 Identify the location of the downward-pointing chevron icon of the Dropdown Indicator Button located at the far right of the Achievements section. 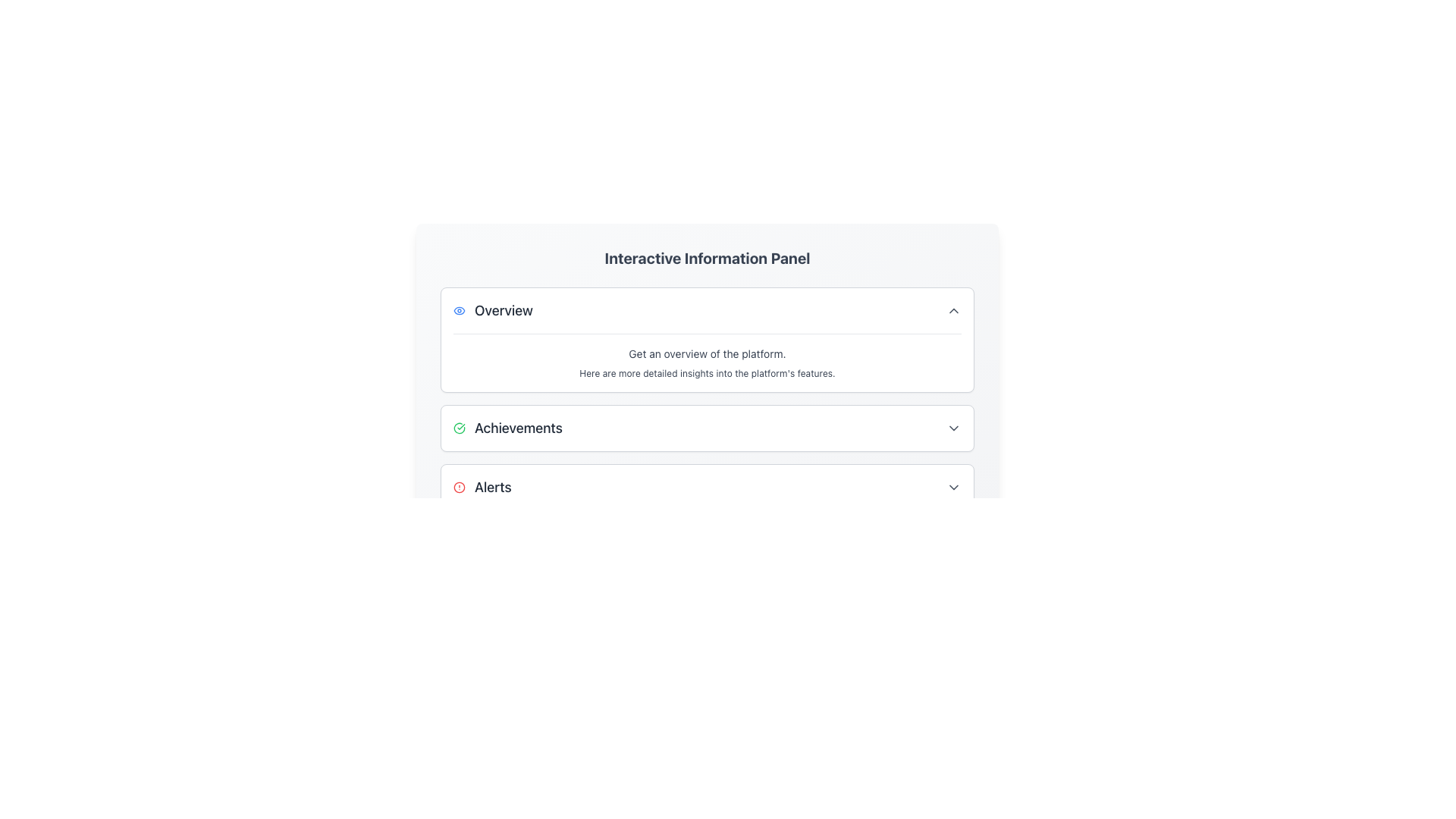
(952, 428).